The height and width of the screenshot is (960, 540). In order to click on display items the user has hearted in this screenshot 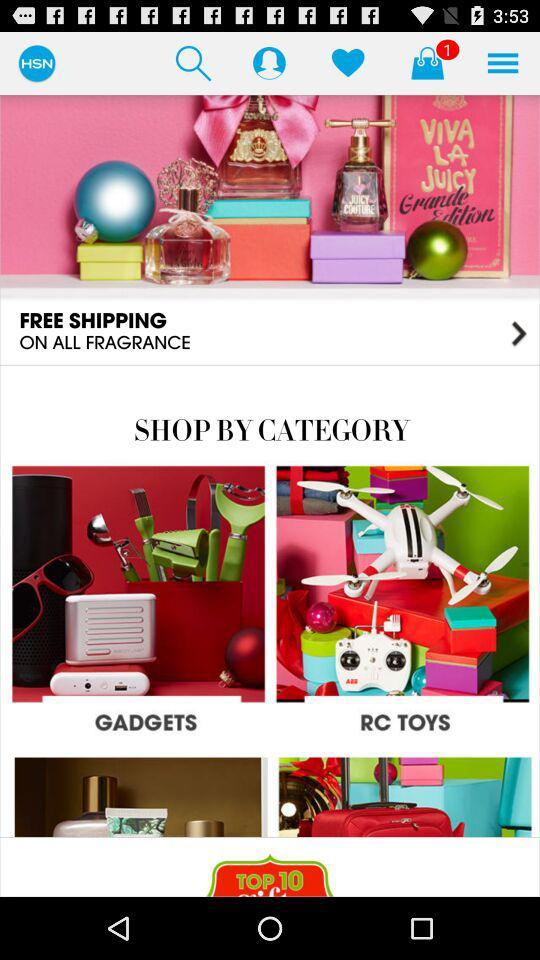, I will do `click(347, 62)`.